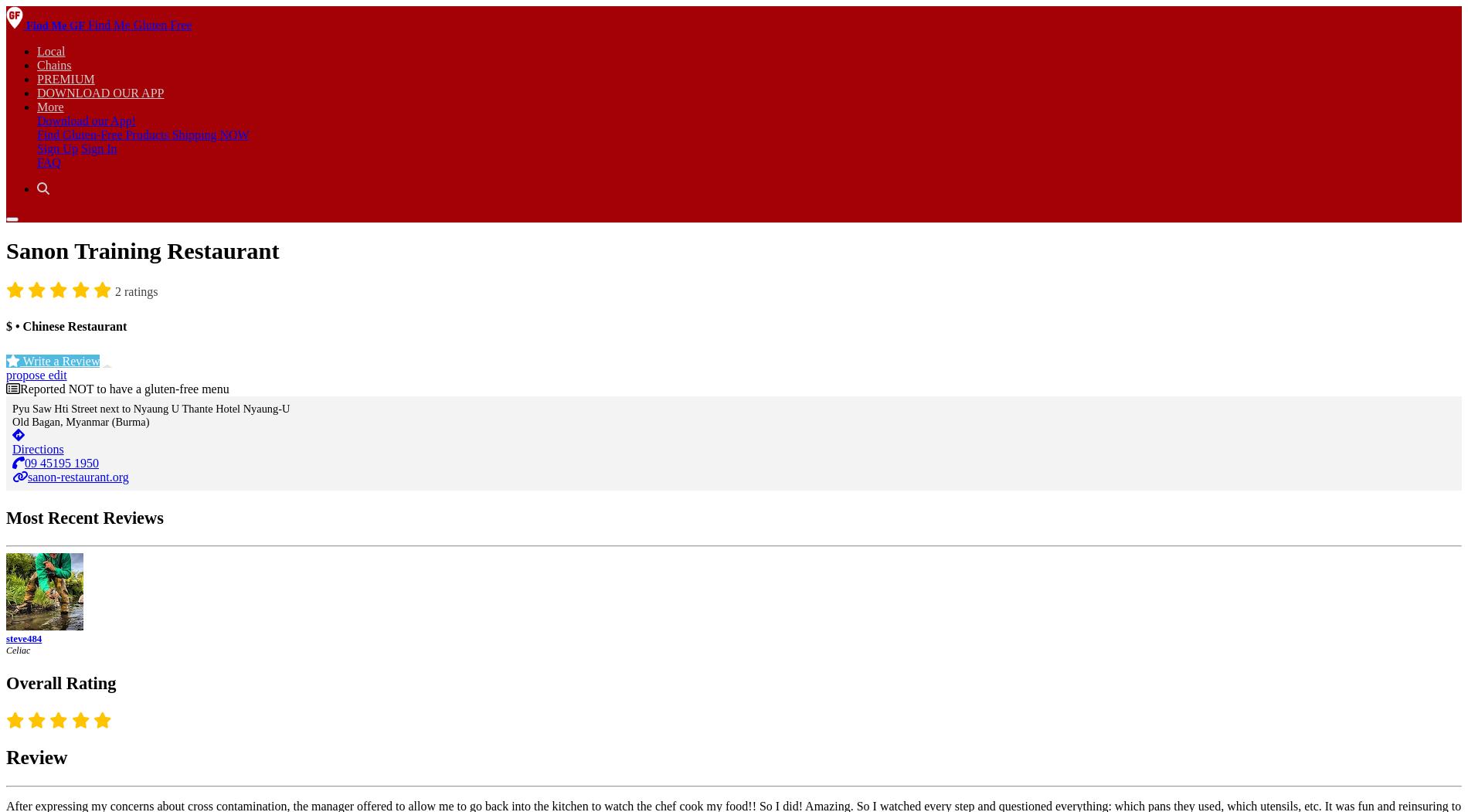  Describe the element at coordinates (78, 476) in the screenshot. I see `'sanon-restaurant.org'` at that location.